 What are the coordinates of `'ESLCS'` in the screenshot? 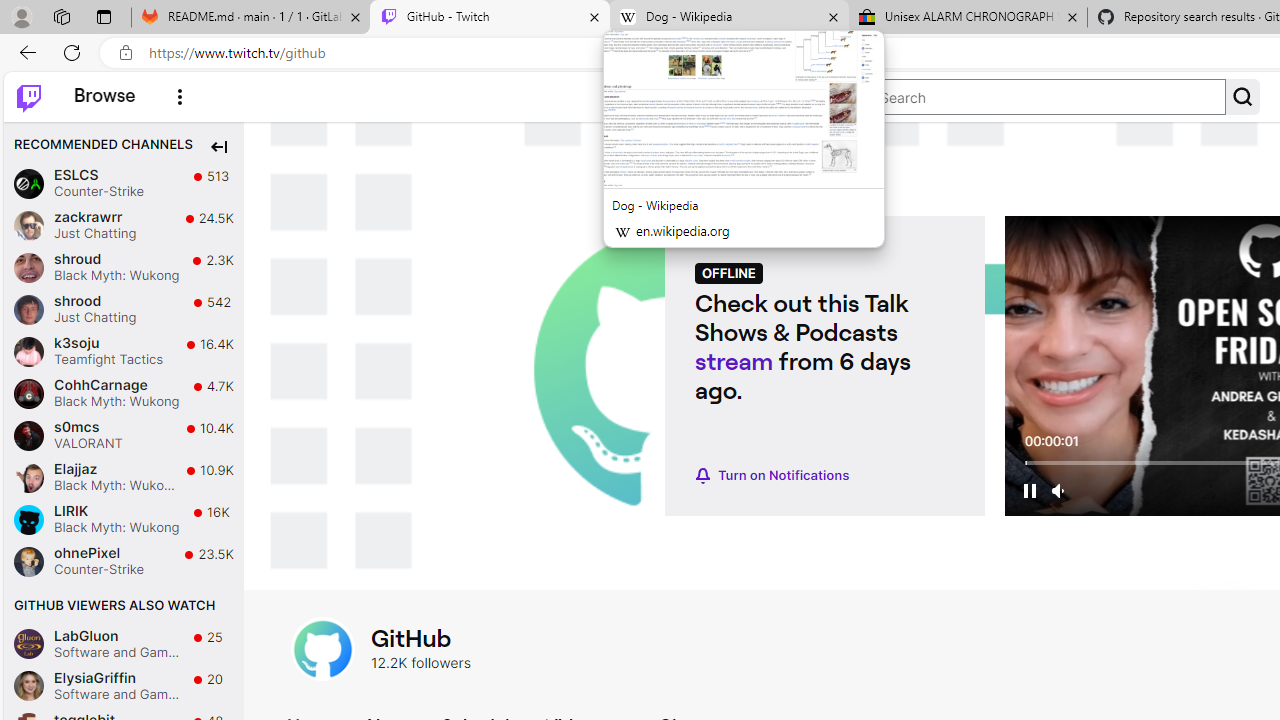 It's located at (28, 183).